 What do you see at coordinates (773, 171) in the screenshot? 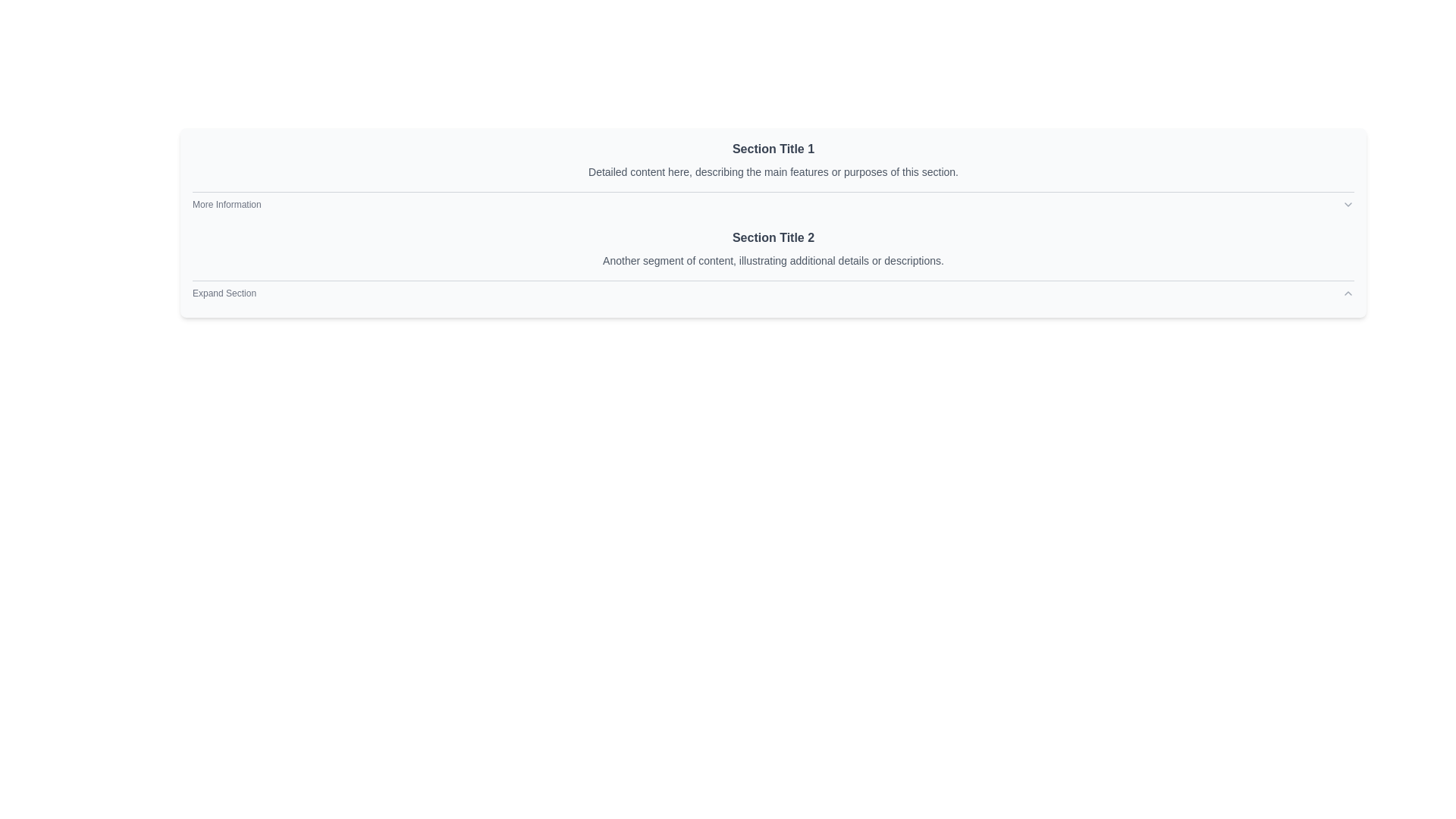
I see `the text element displaying the message 'Detailed content here, describing the main features or purposes of this section.' which is styled with a gray font color and located beneath 'Section Title 1'` at bounding box center [773, 171].